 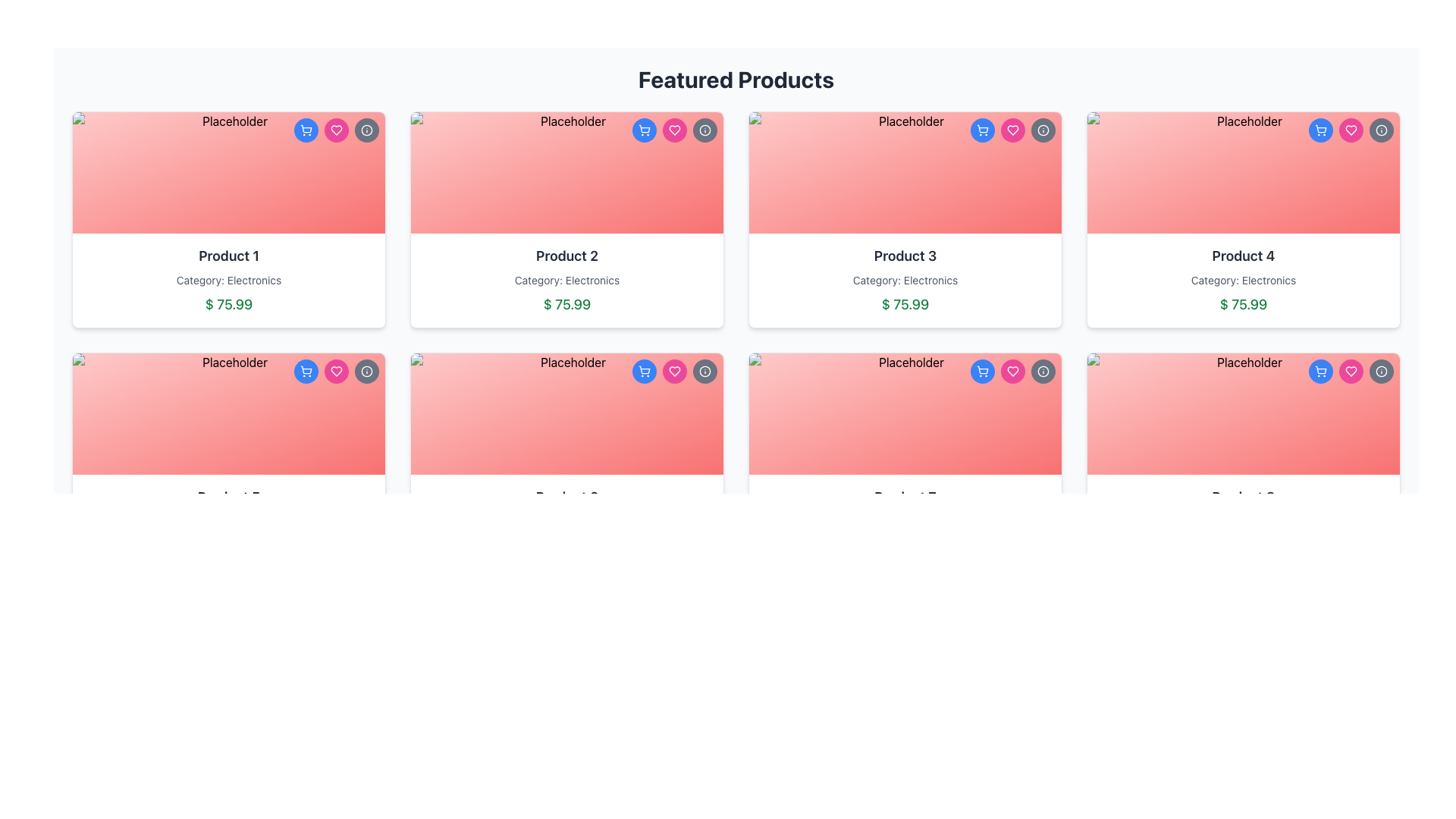 I want to click on the shopping cart icon, which is styled in minimalistic line art within a blue circular background, so click(x=1320, y=371).